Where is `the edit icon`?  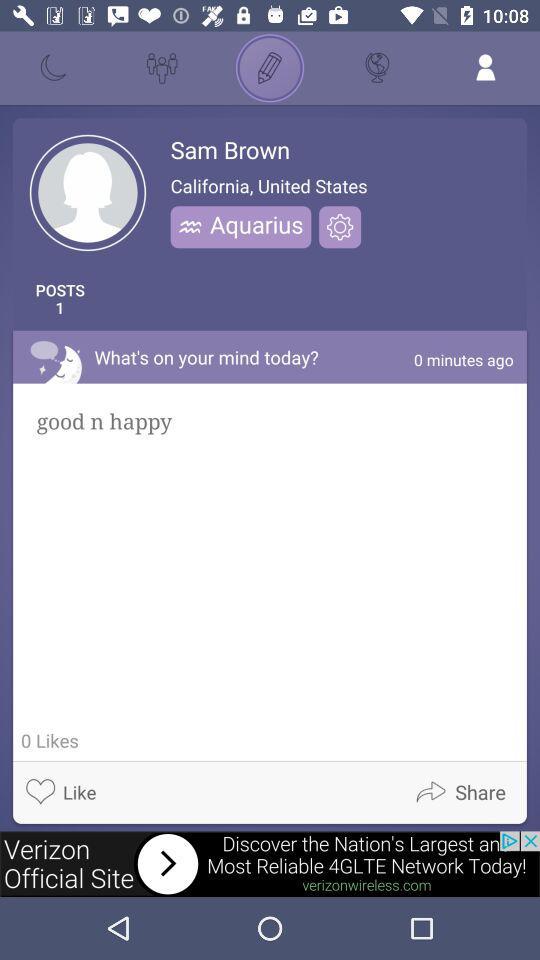
the edit icon is located at coordinates (270, 68).